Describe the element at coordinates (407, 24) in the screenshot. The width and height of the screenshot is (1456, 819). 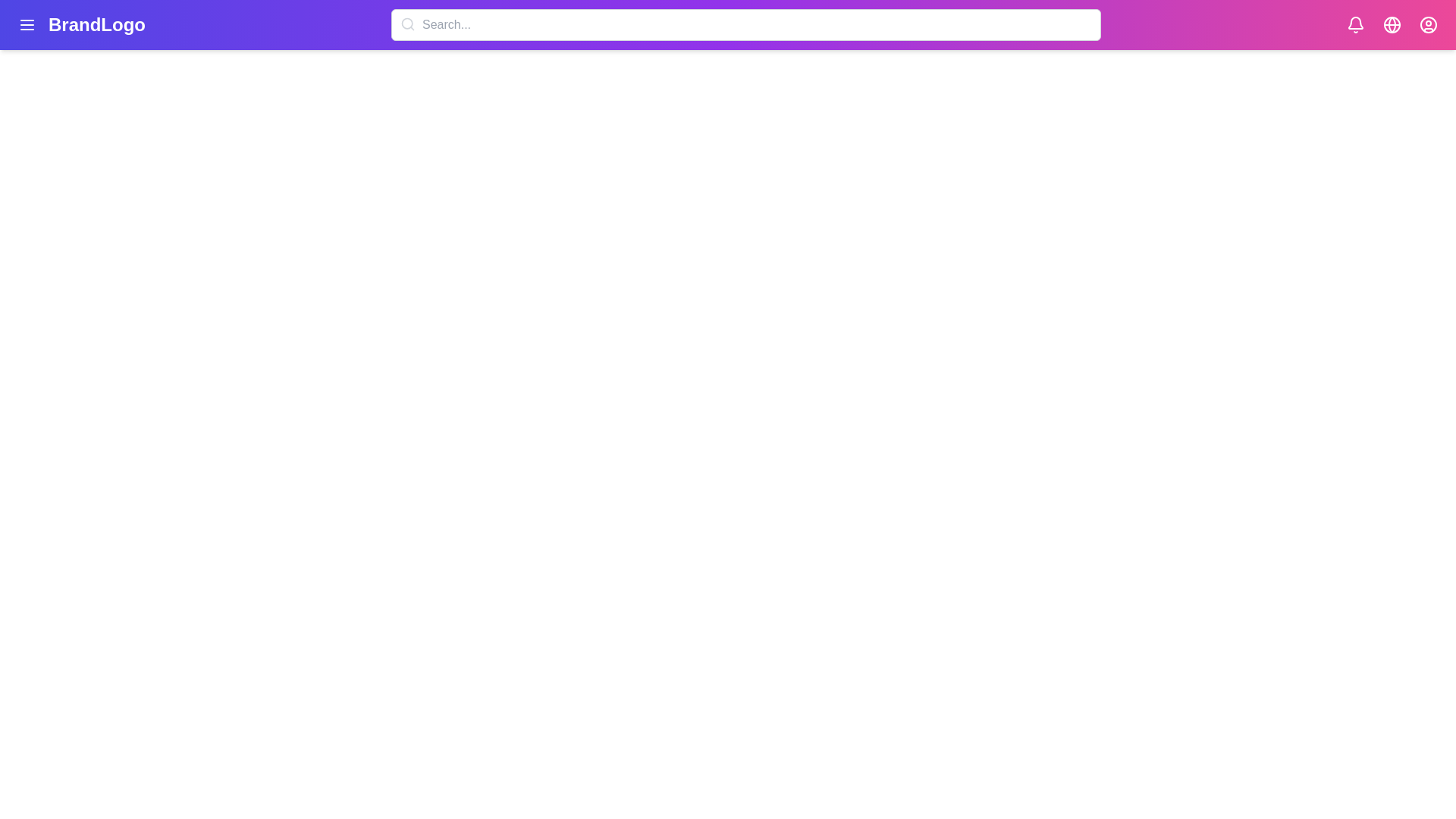
I see `the SVG Circle Element representing the circular lens of the magnifying glass in the search bar area` at that location.